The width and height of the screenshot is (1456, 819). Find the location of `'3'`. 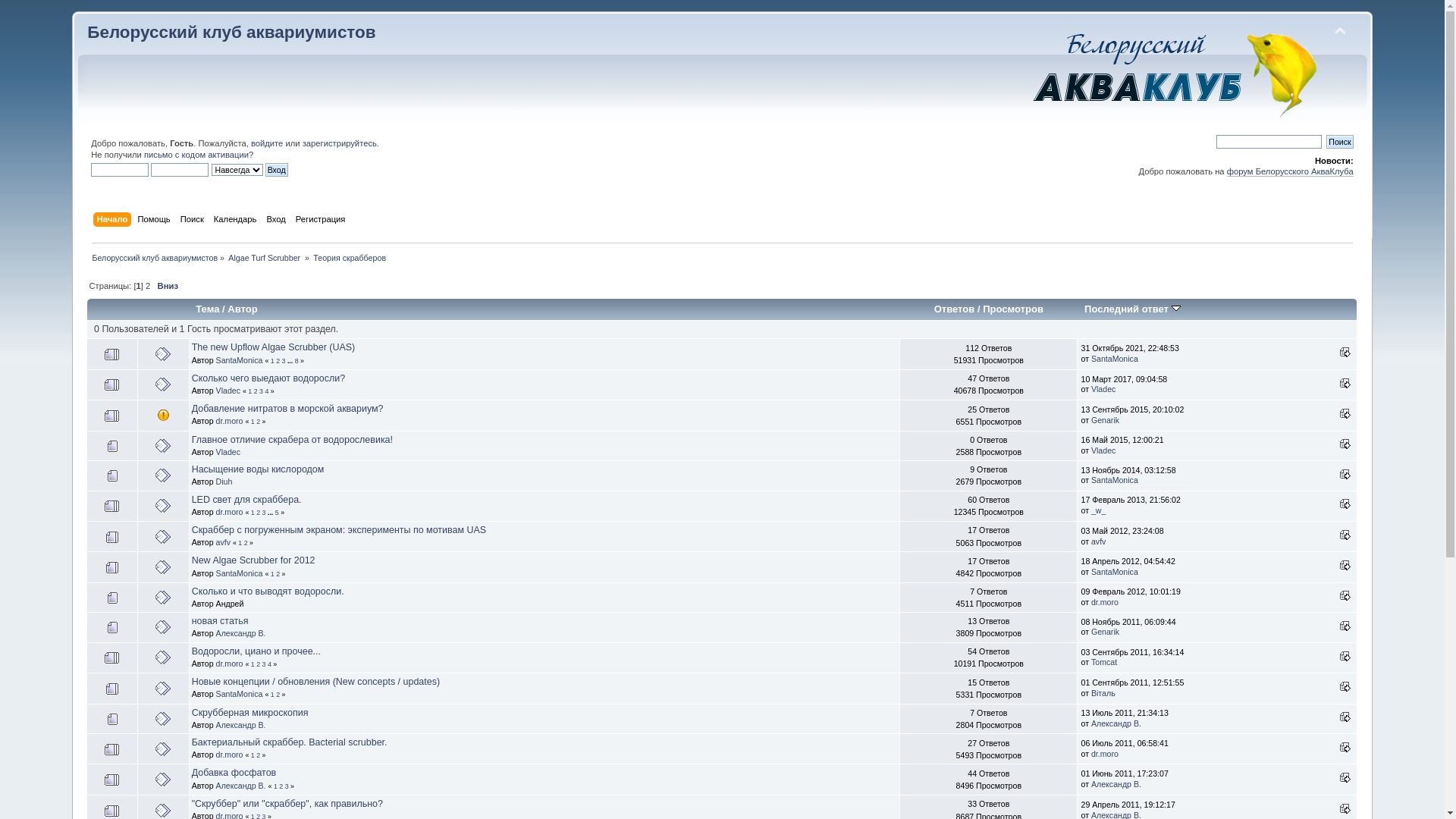

'3' is located at coordinates (287, 786).